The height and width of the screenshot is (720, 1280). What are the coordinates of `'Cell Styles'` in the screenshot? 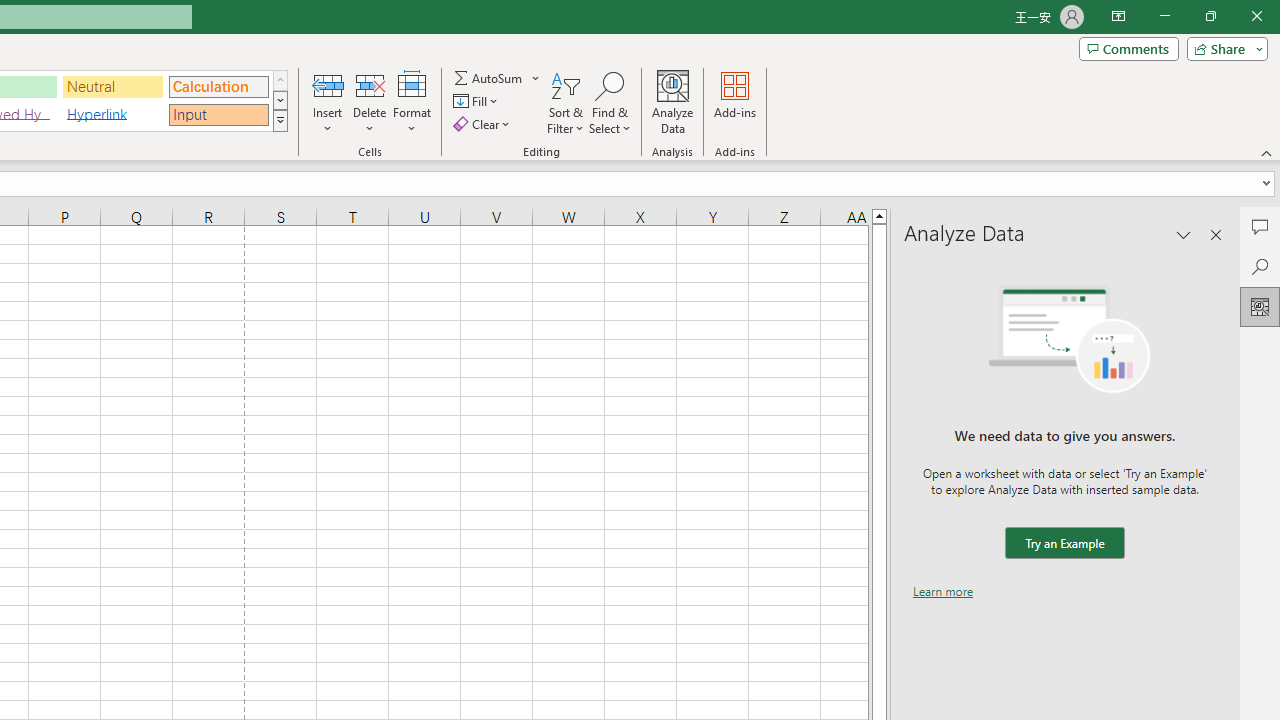 It's located at (279, 120).